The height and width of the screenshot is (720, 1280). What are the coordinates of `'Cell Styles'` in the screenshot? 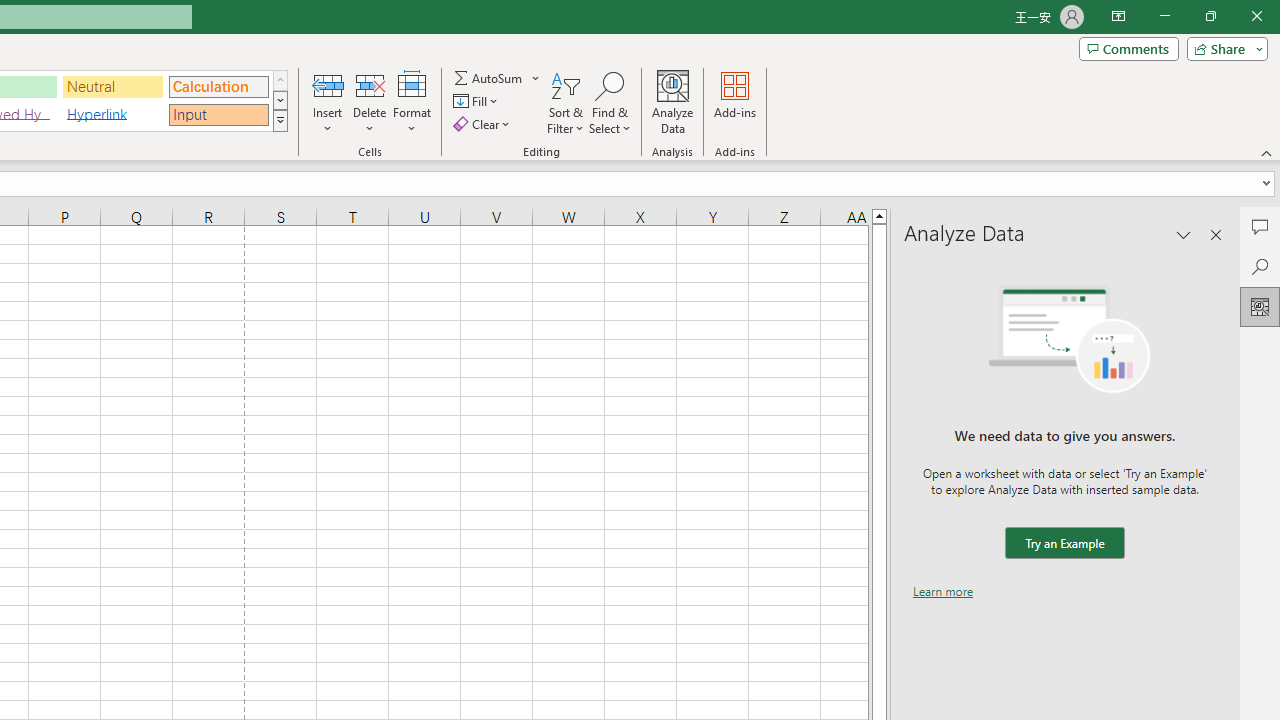 It's located at (279, 120).